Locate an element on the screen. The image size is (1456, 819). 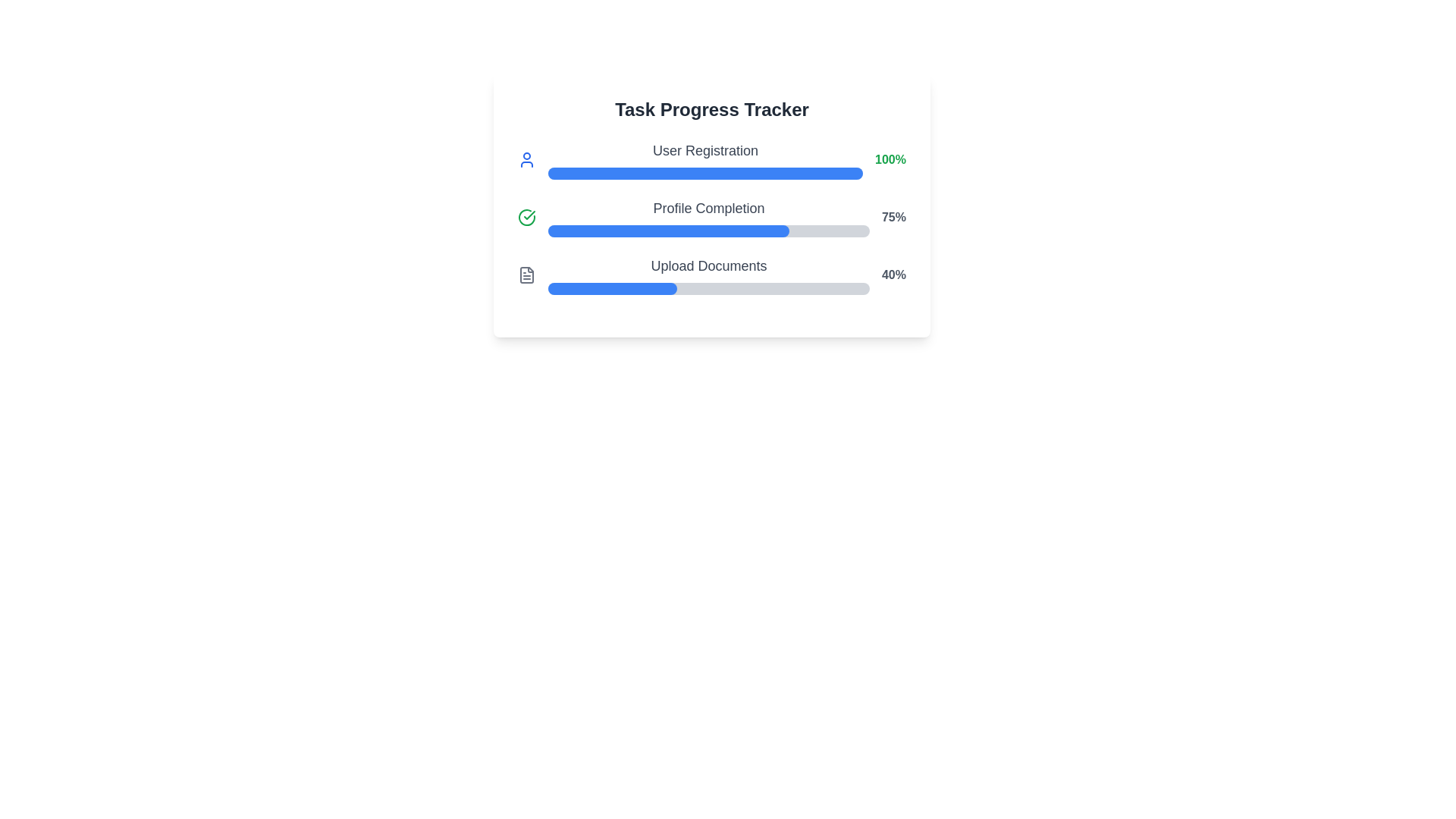
the checkmark icon within the circle of the 'Profile Completion' task in the task progress tracker is located at coordinates (529, 215).